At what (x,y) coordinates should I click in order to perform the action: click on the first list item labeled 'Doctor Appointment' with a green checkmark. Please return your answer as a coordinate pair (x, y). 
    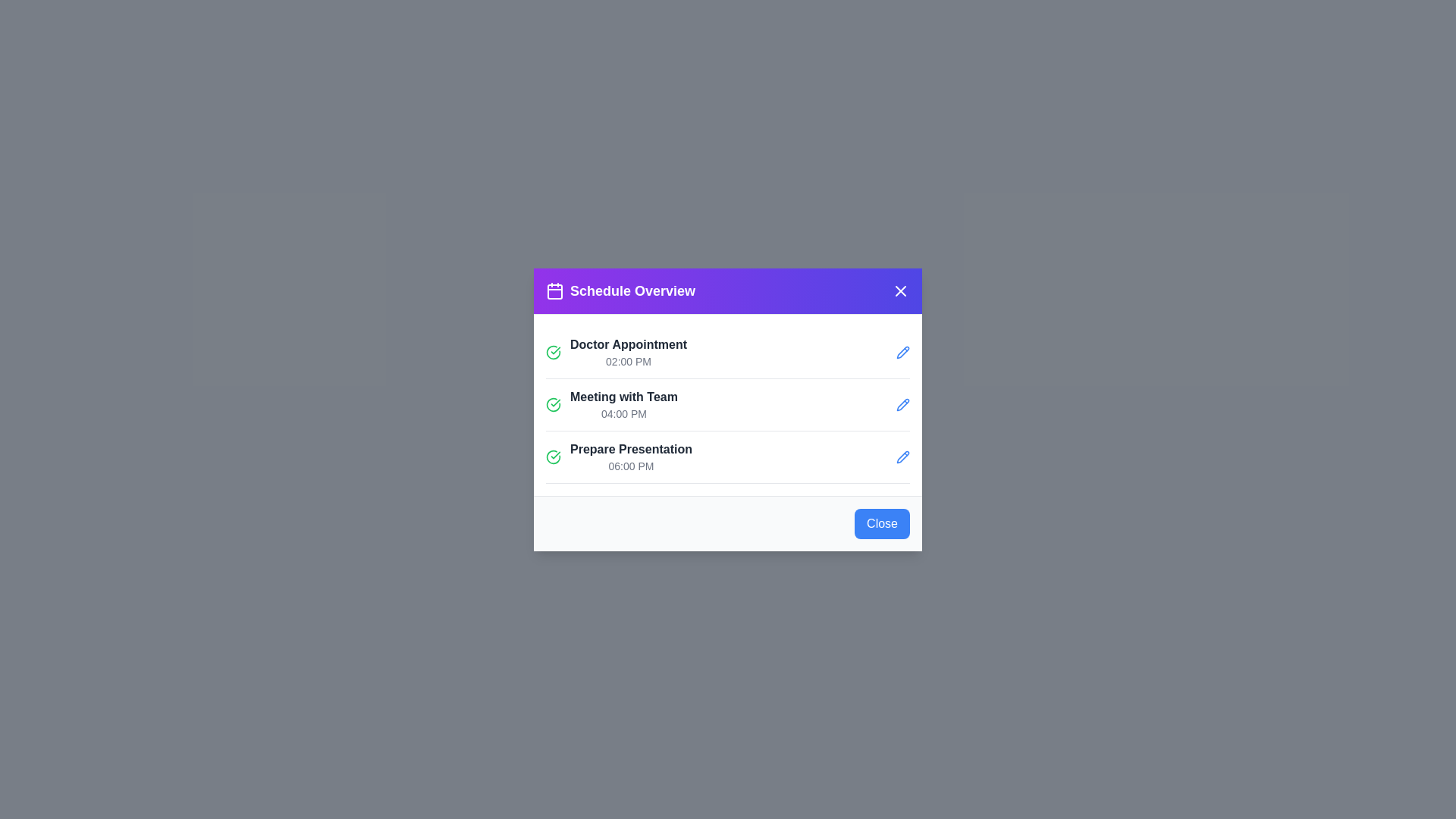
    Looking at the image, I should click on (617, 352).